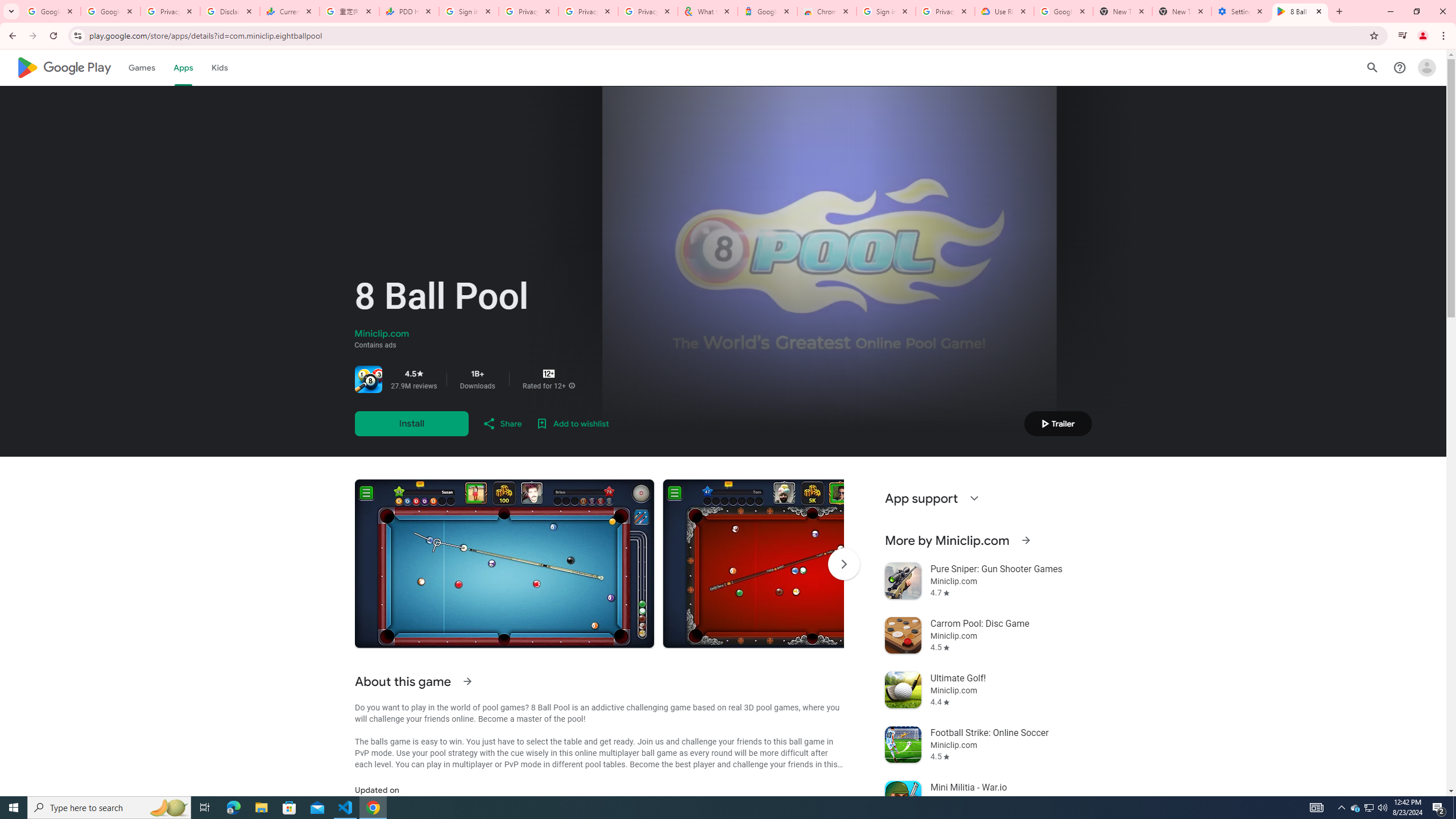 This screenshot has height=819, width=1456. Describe the element at coordinates (1403, 35) in the screenshot. I see `'Control your music, videos, and more'` at that location.